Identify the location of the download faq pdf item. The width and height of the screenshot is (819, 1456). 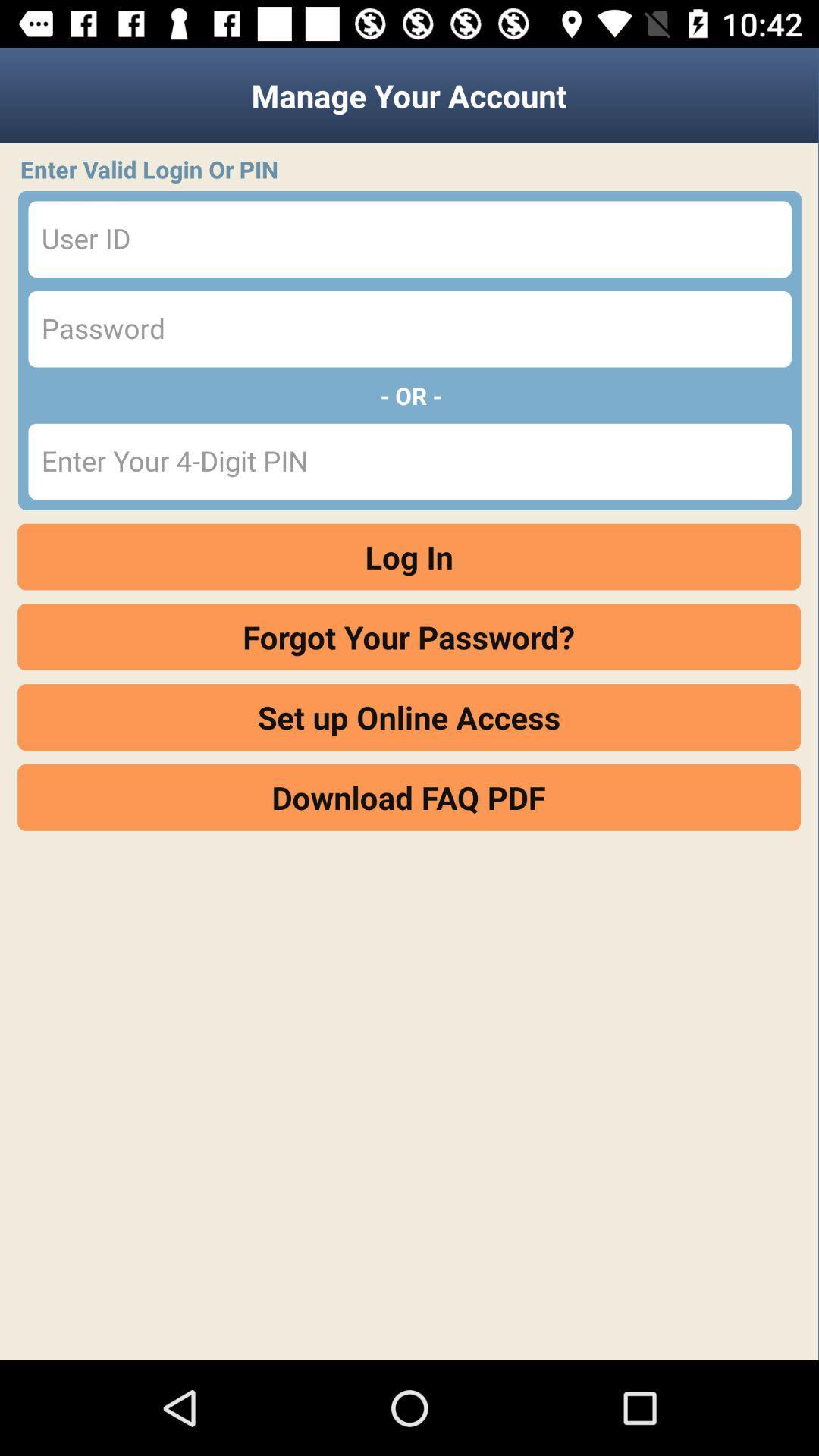
(408, 796).